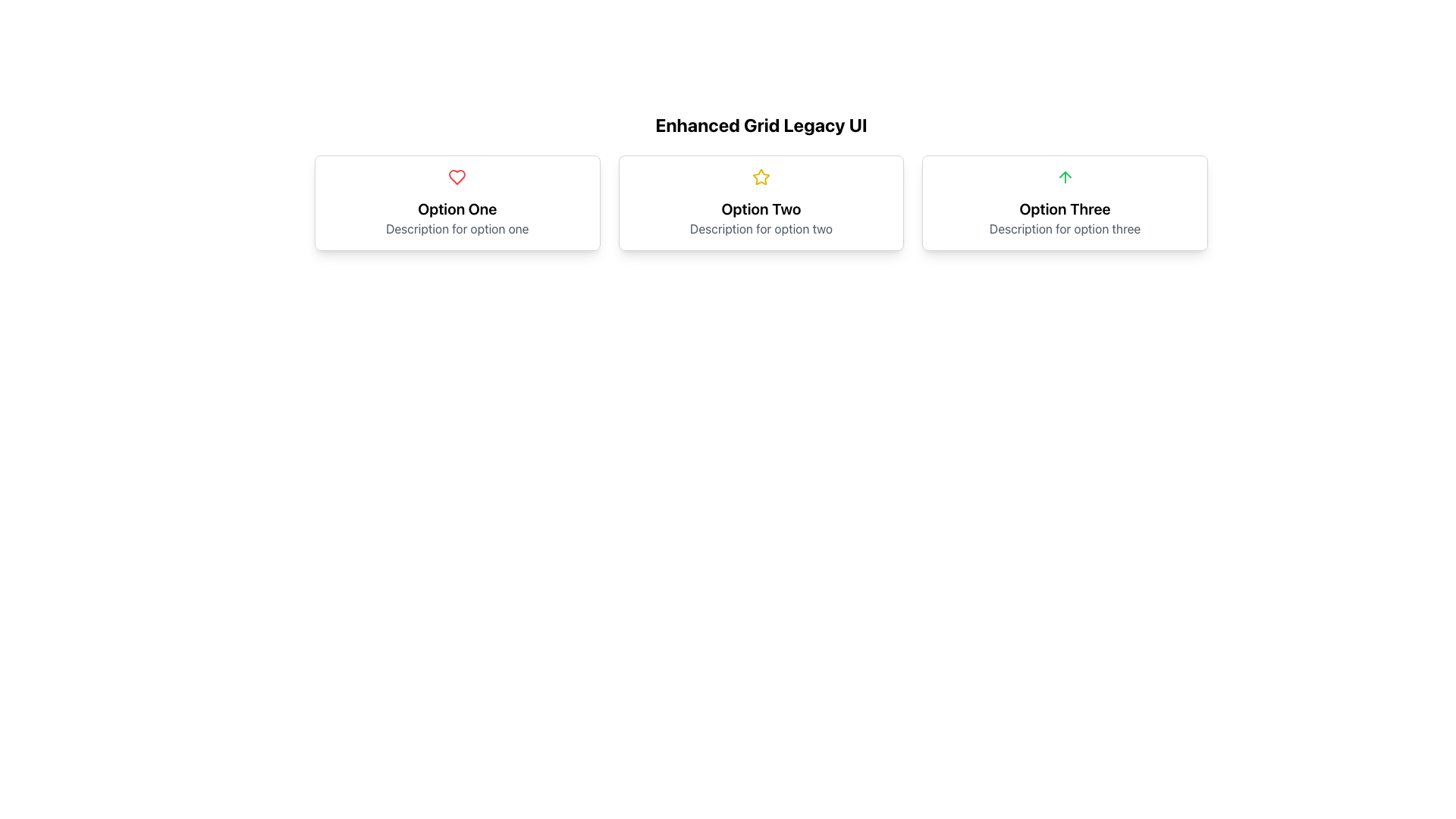 The height and width of the screenshot is (819, 1456). I want to click on the star icon centered within the 'Option Two' card, which indicates a rating or selection feature, so click(761, 176).